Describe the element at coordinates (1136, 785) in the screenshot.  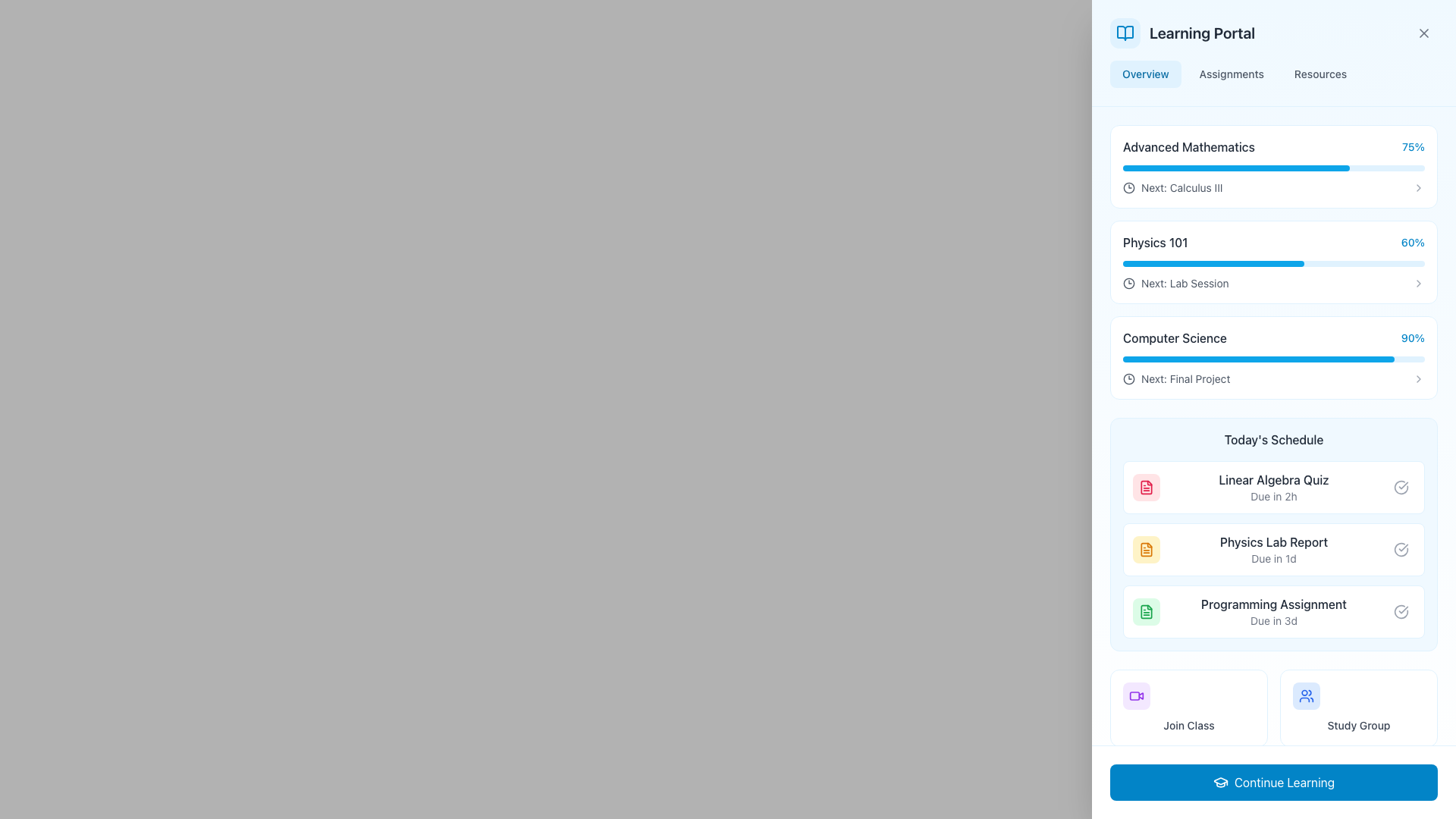
I see `the small, rounded rectangle icon with a green background and text, featuring a centered chat bubble icon, located in the upper left corner of the 'Discussion' card` at that location.